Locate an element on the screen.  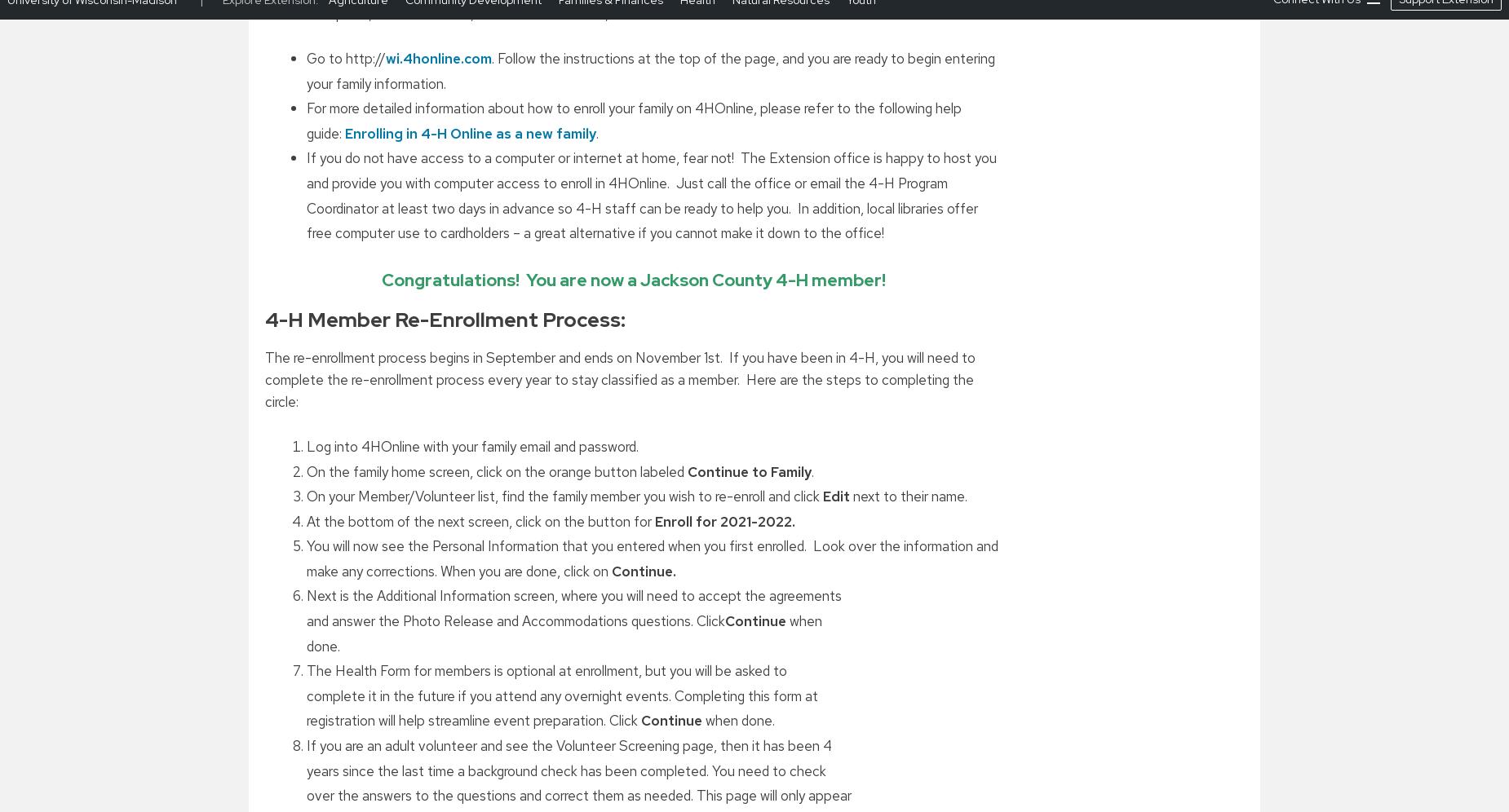
'© 2023 The Board of Regents of the University of Wisconsin System' is located at coordinates (964, 731).